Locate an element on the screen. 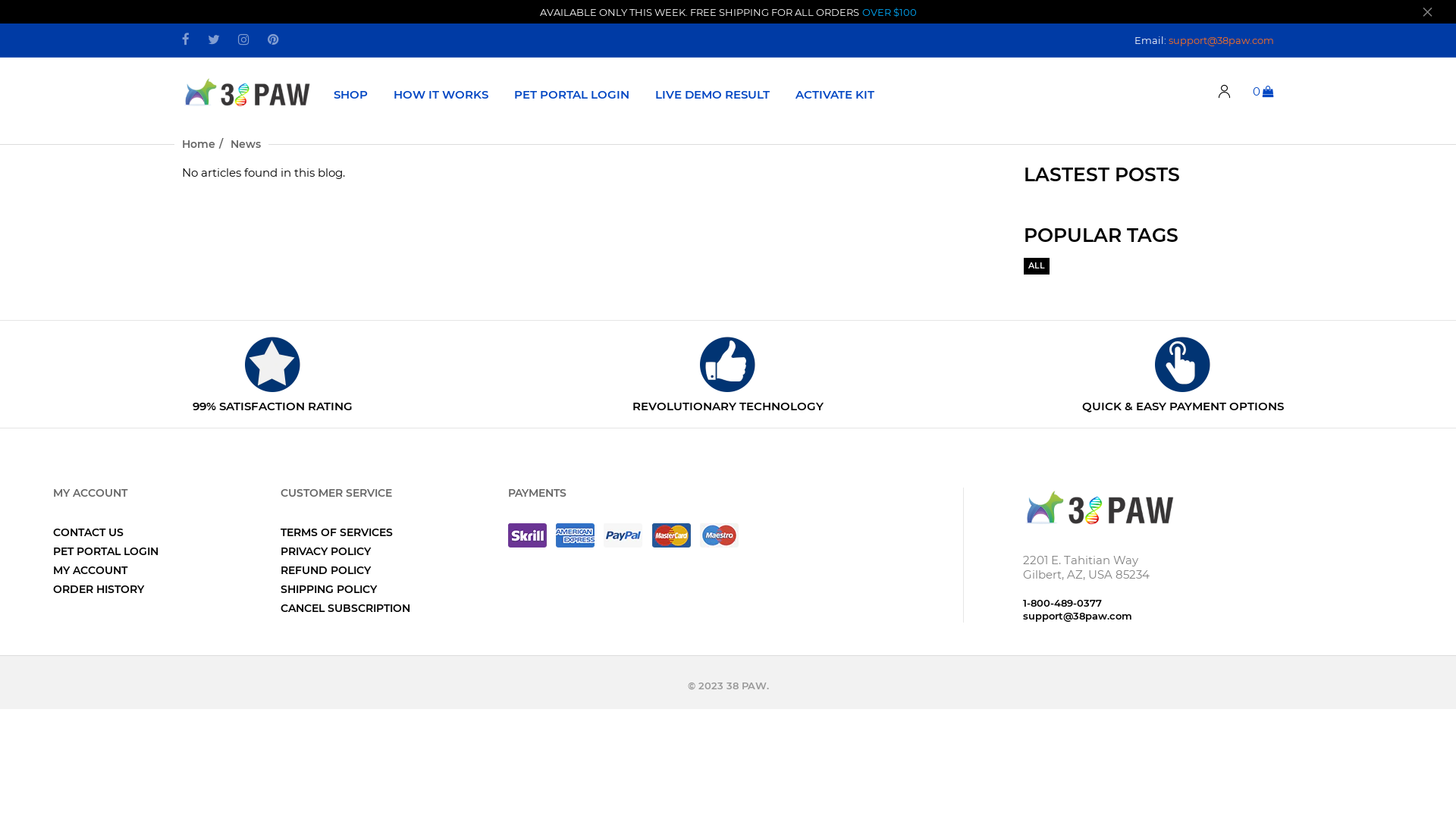  'PET PORTAL LOGIN' is located at coordinates (105, 551).